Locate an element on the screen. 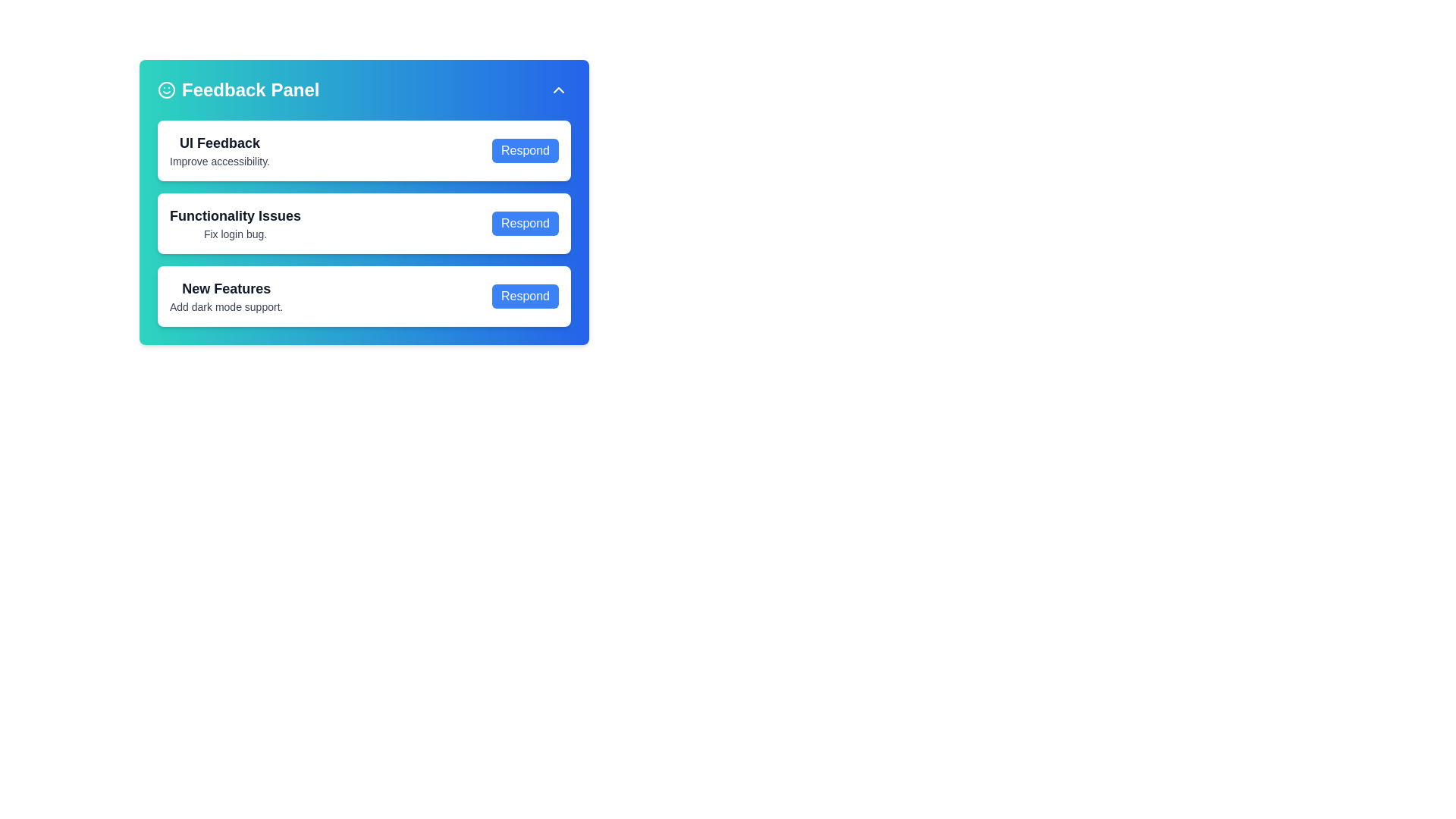 This screenshot has width=1456, height=819. the SVG Circle that serves as a visual detail in the smiley face icon, located at the top left corner of the 'Feedback Panel' interface, next to the panel's title text is located at coordinates (167, 90).